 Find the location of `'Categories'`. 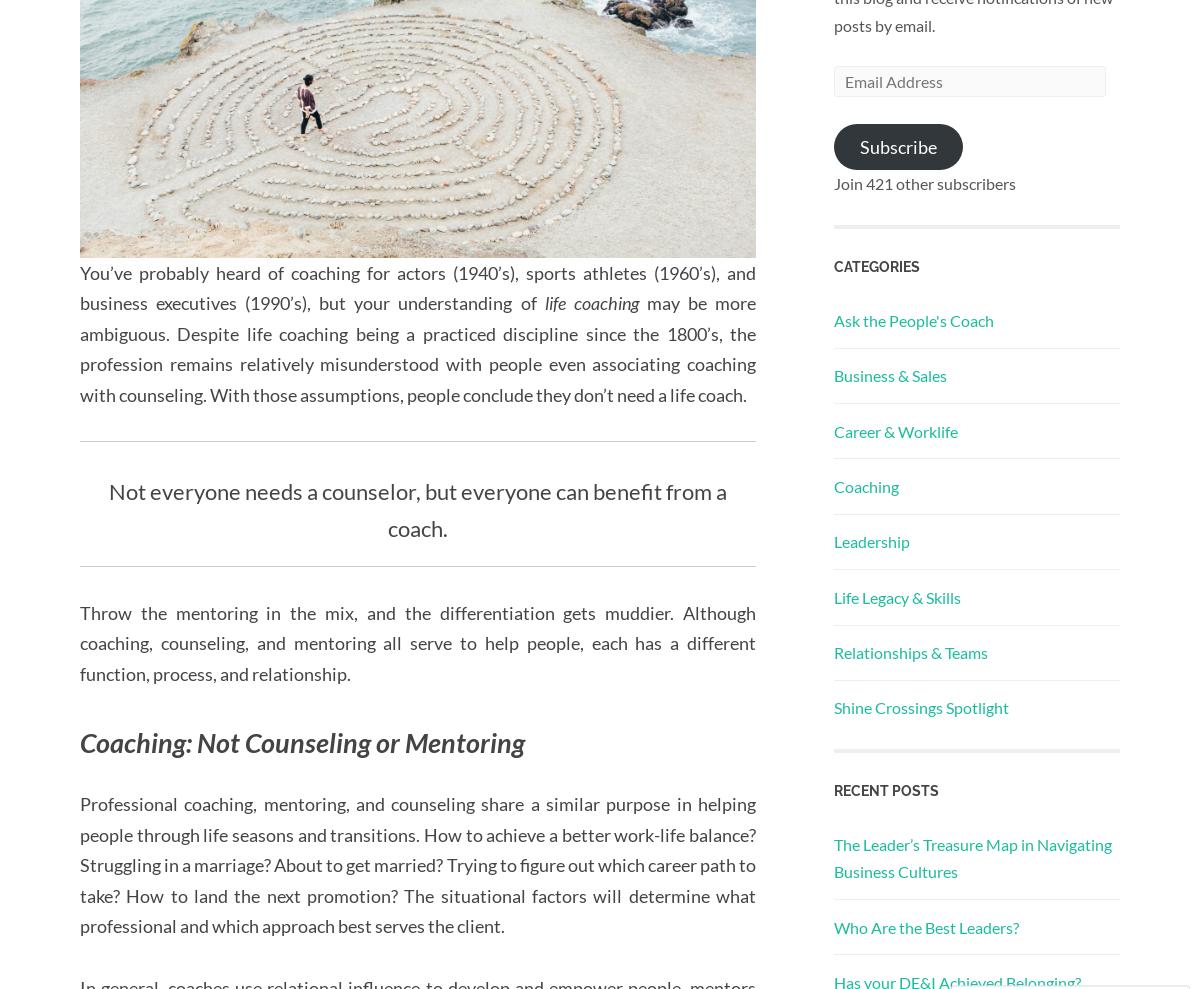

'Categories' is located at coordinates (832, 265).